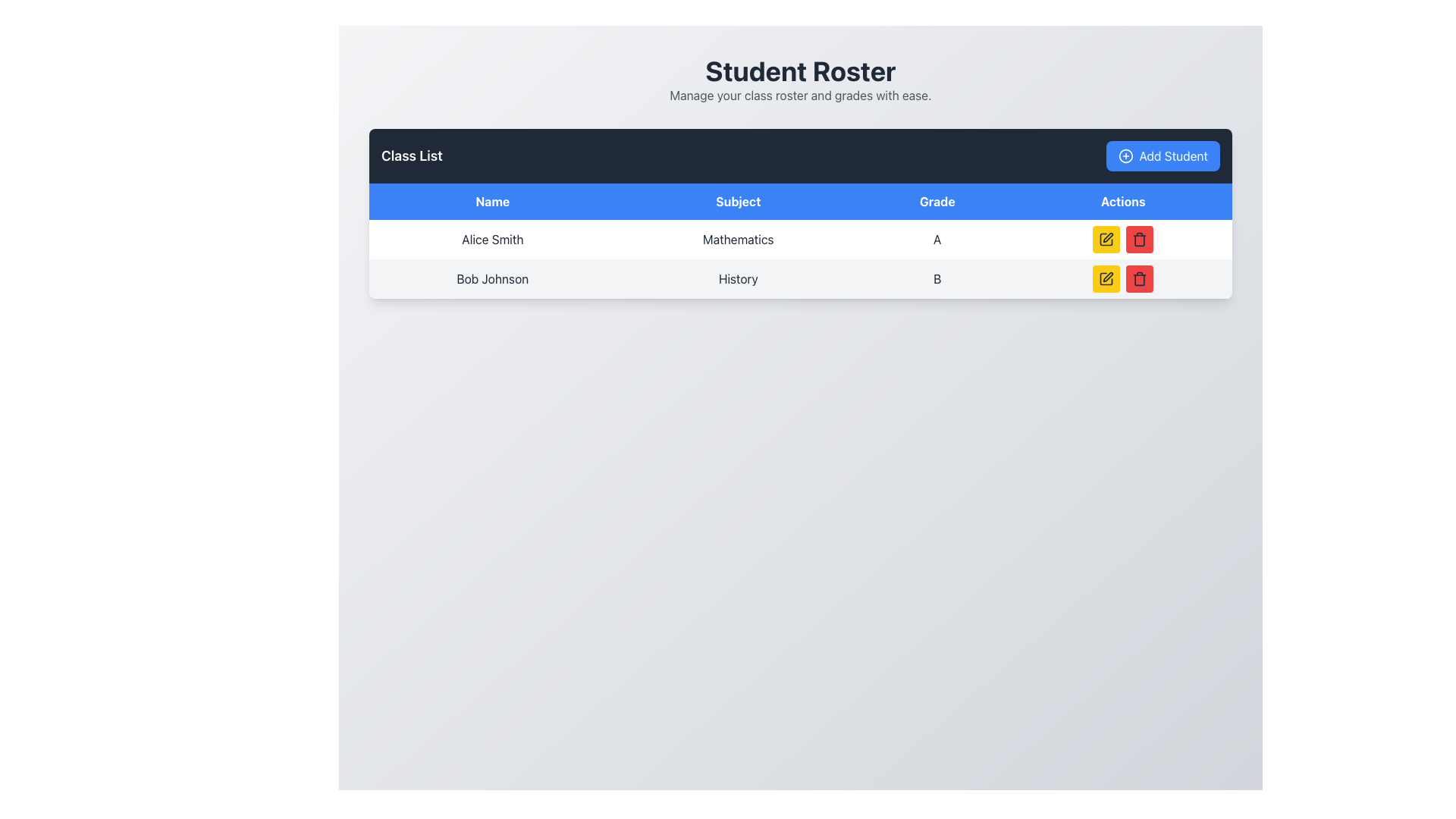  What do you see at coordinates (1123, 201) in the screenshot?
I see `the Table Column Header that is the fourth and last visible item in the row of headers, located to the right of the 'Grade' header, which contains action buttons for user interaction` at bounding box center [1123, 201].